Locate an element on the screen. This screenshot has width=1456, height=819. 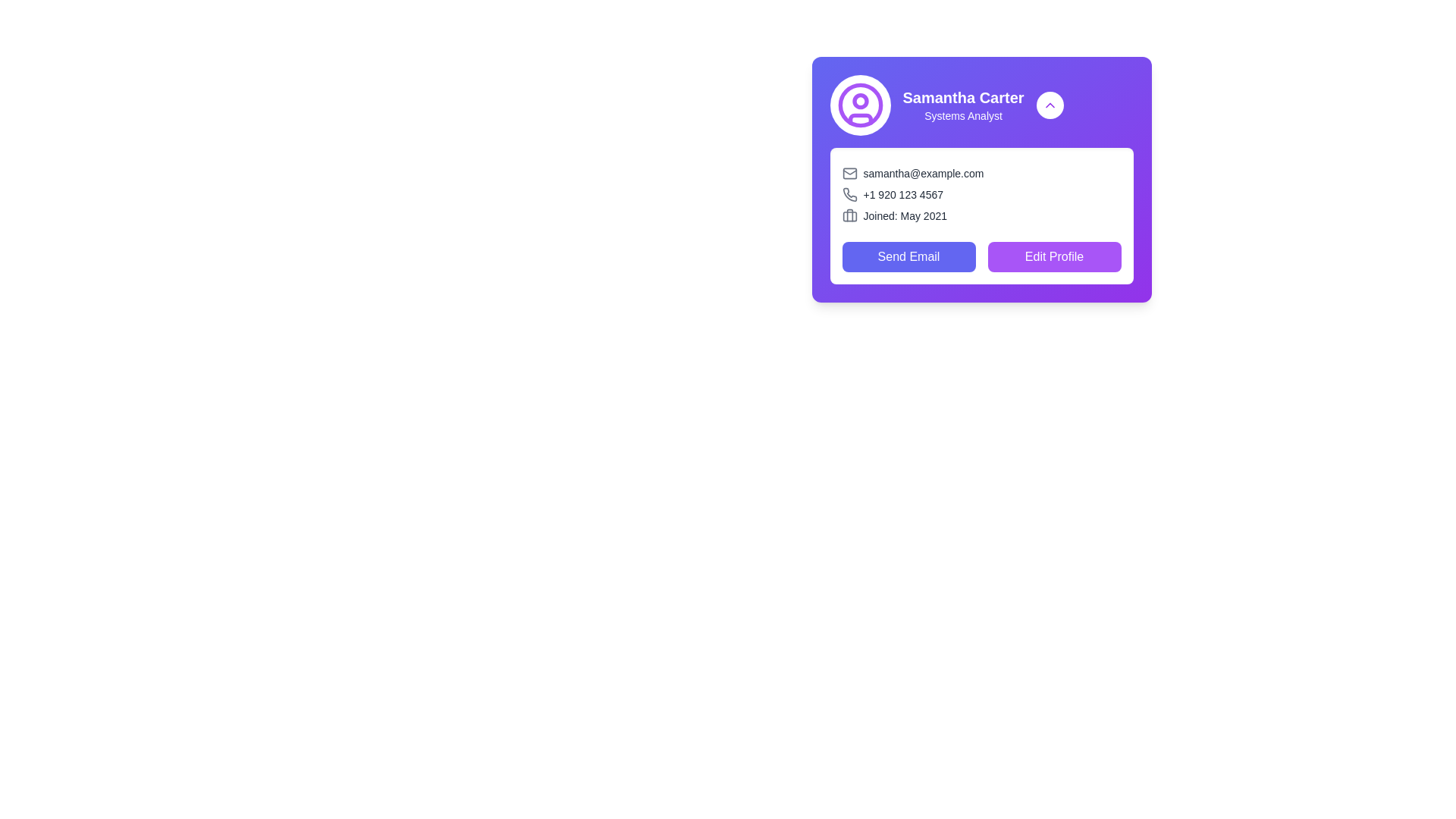
the phone icon representing a telephone-related function located in the contact information section under 'Samantha Carter' is located at coordinates (849, 193).